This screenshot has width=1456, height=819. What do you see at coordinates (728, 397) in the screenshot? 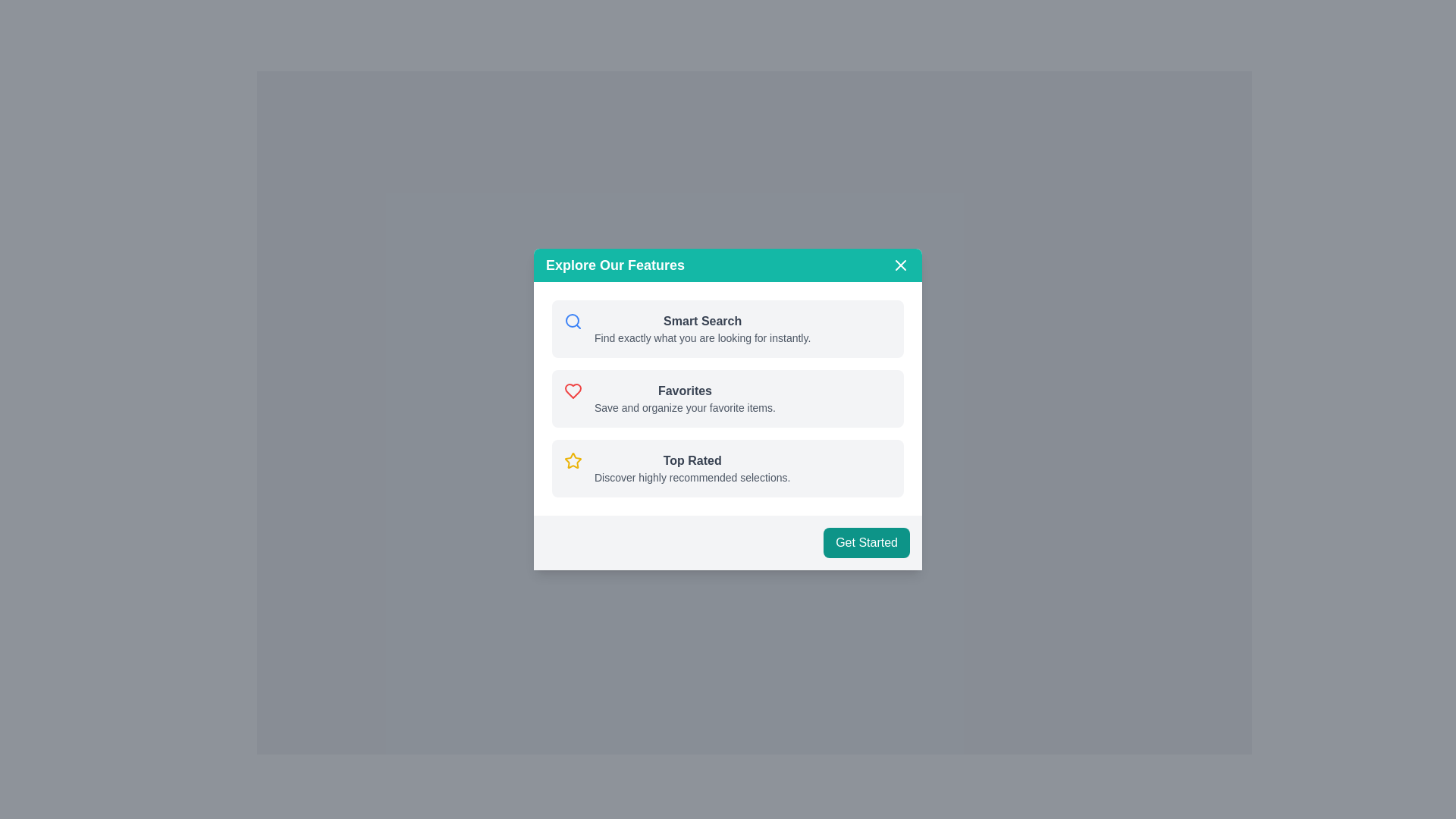
I see `description of the Informational card that informs users about saving and organizing favorite items, located as the second item in a vertical list between 'Smart Search' and 'Top Rated'` at bounding box center [728, 397].